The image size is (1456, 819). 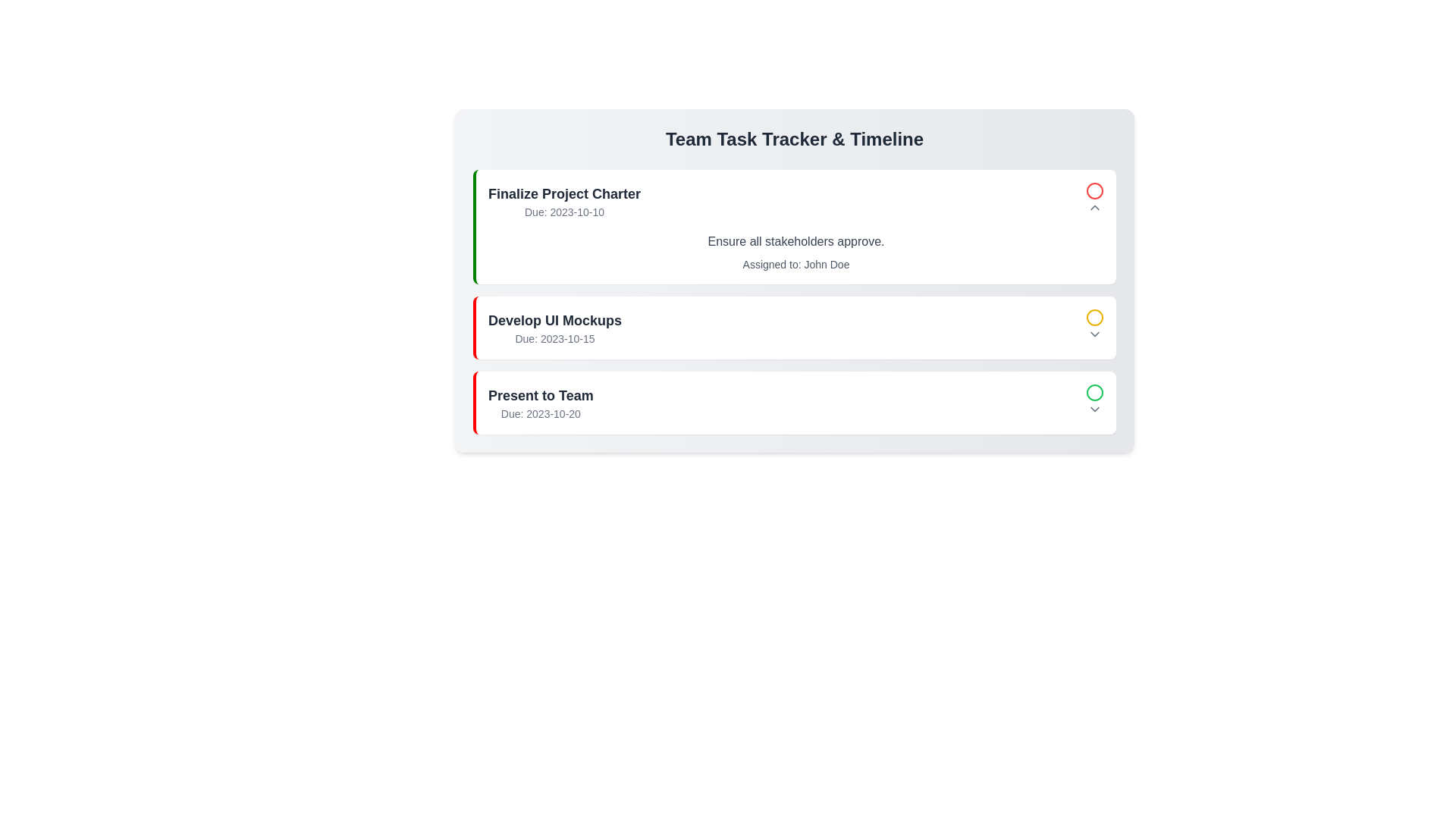 What do you see at coordinates (541, 394) in the screenshot?
I see `the Text label that serves as a descriptive header for a task or item, located at the top-left of a task card in the third position of a vertical list` at bounding box center [541, 394].